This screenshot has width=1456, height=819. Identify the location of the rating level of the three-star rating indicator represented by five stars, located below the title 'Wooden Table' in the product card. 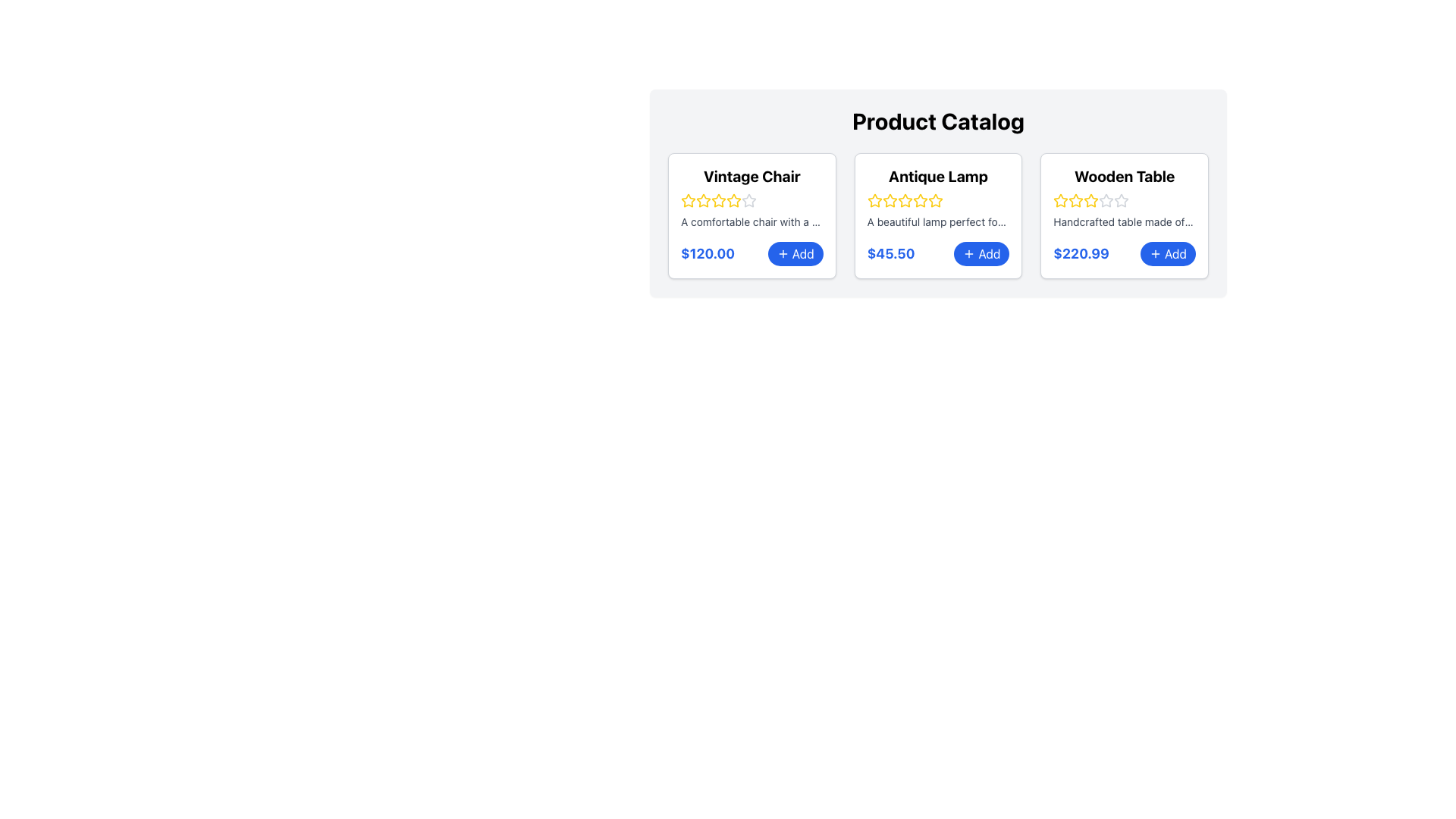
(1125, 200).